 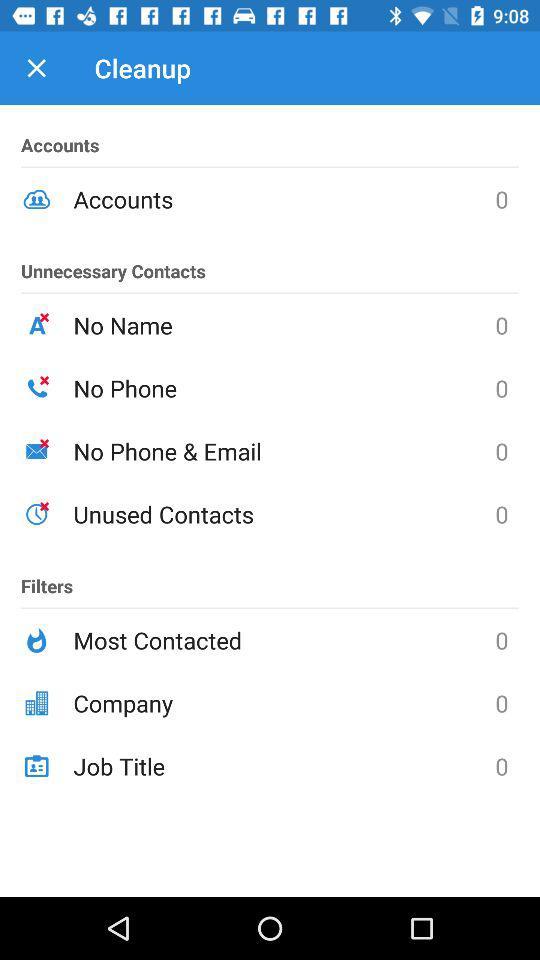 What do you see at coordinates (36, 68) in the screenshot?
I see `item to the left of the cleanup icon` at bounding box center [36, 68].